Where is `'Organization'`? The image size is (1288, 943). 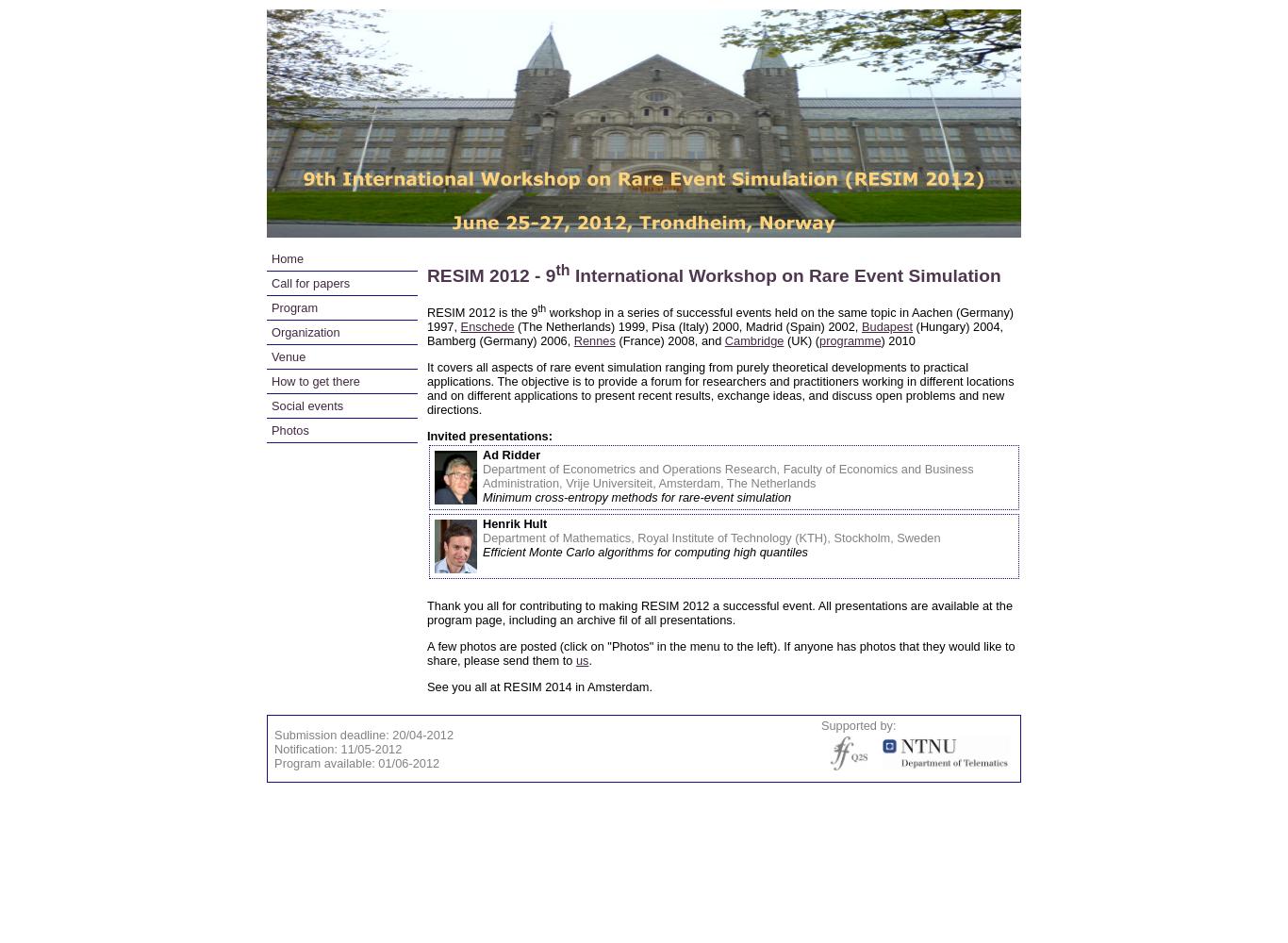 'Organization' is located at coordinates (305, 331).